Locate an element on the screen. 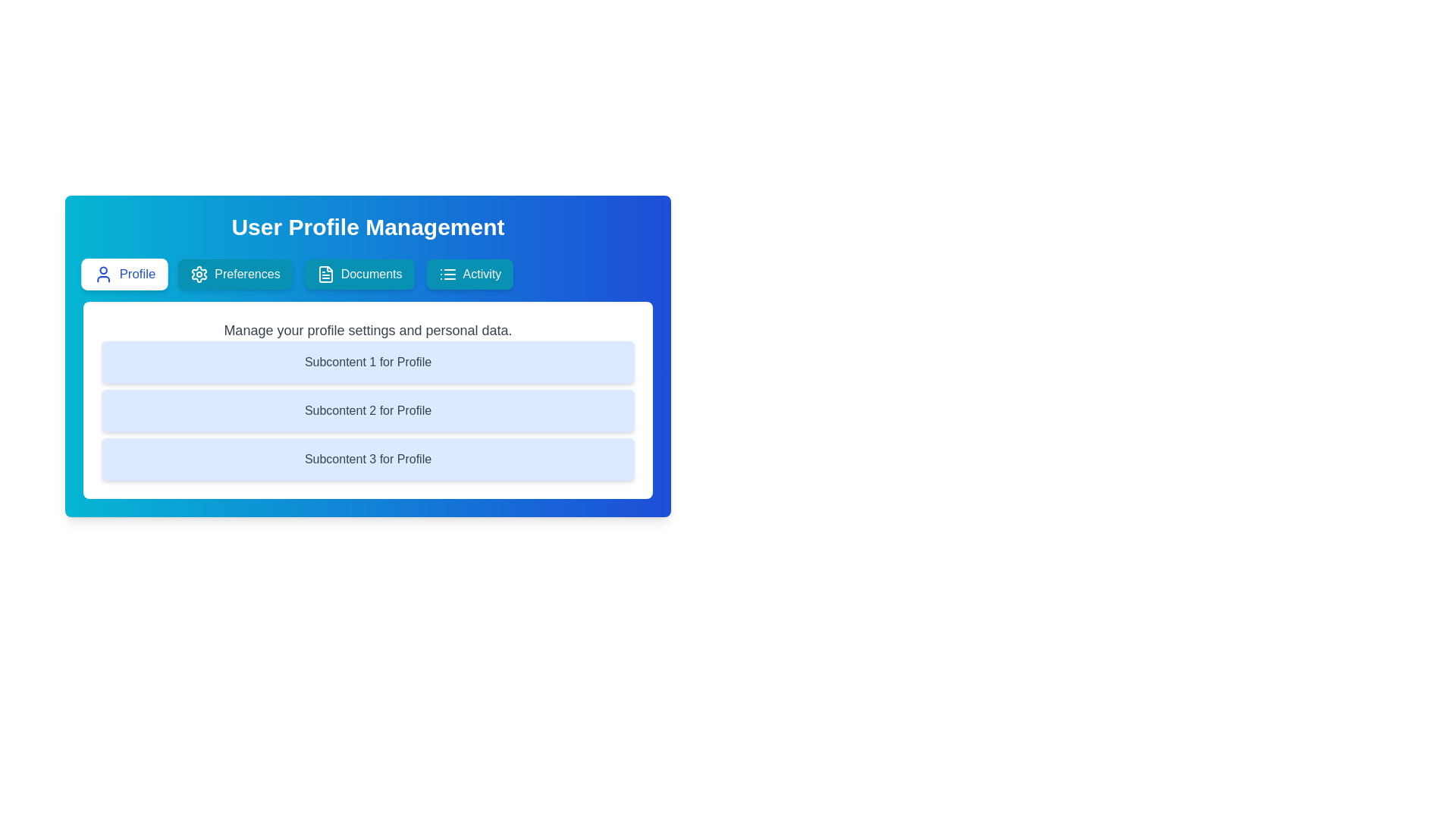  the 'Documents' tab button, which is the third button from the left in the navigation bar with a cyan background and a file icon is located at coordinates (368, 275).